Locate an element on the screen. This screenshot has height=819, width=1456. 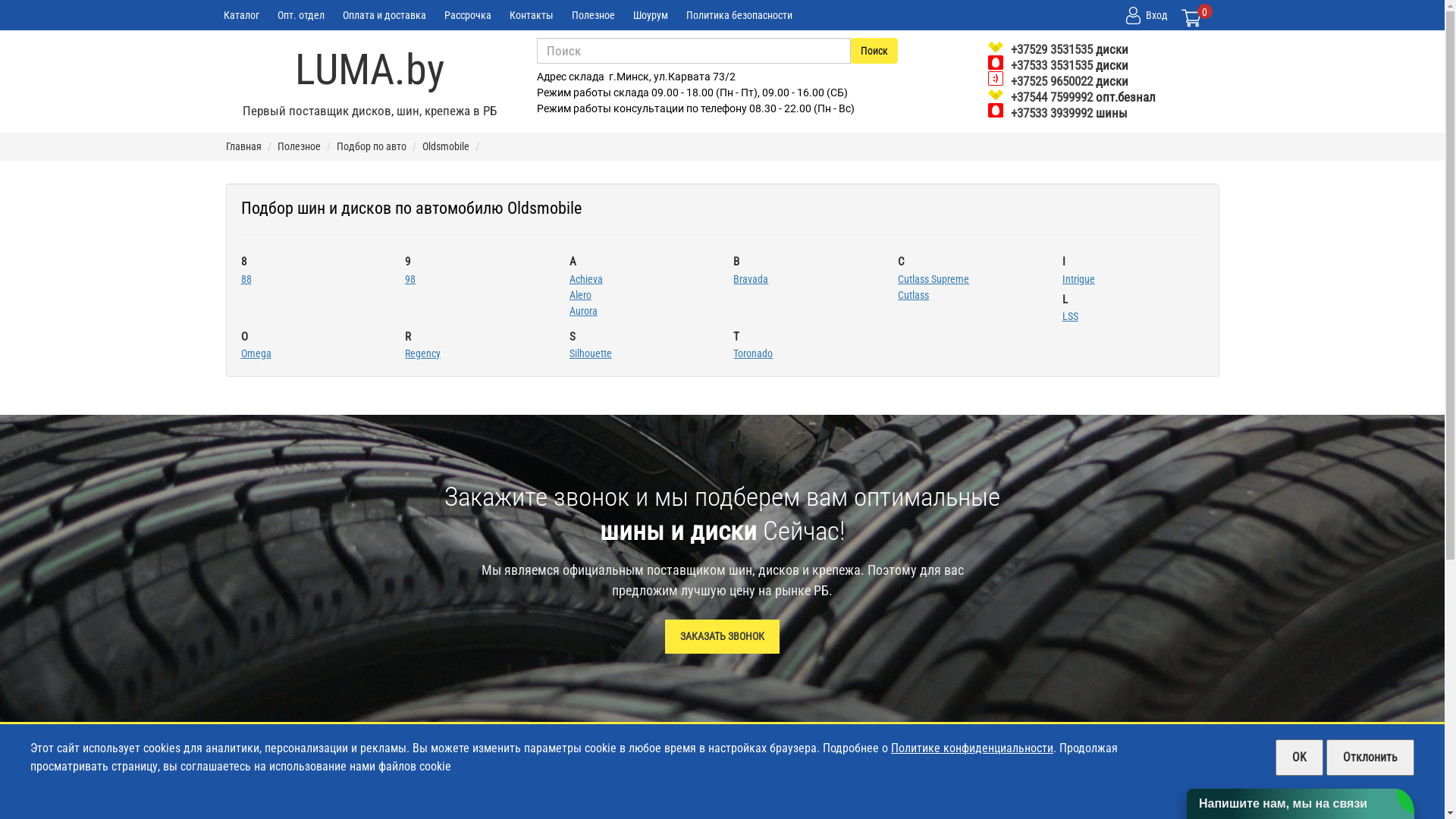
'Cutlass' is located at coordinates (912, 294).